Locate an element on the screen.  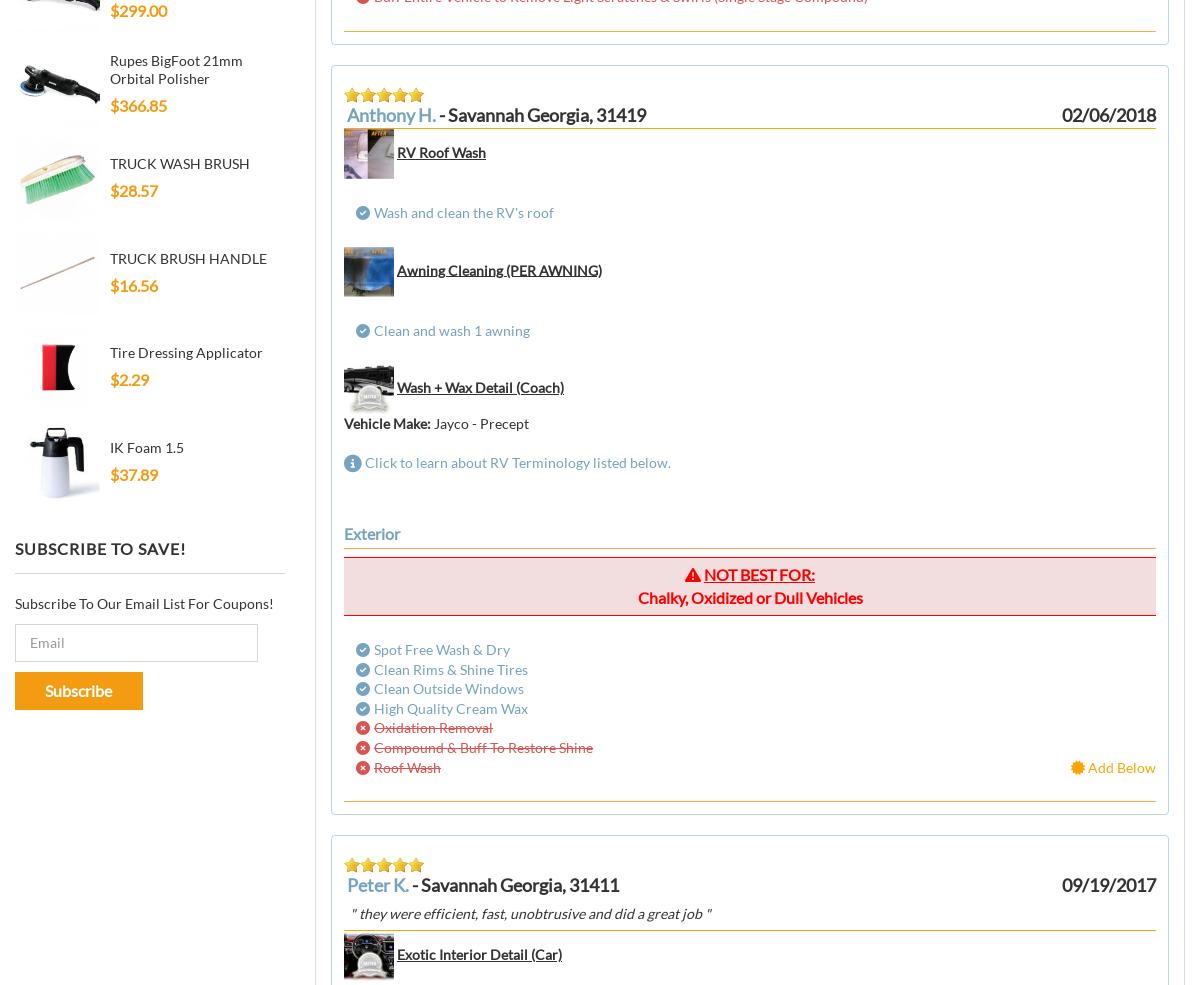
'TRUCK BRUSH HANDLE' is located at coordinates (186, 256).